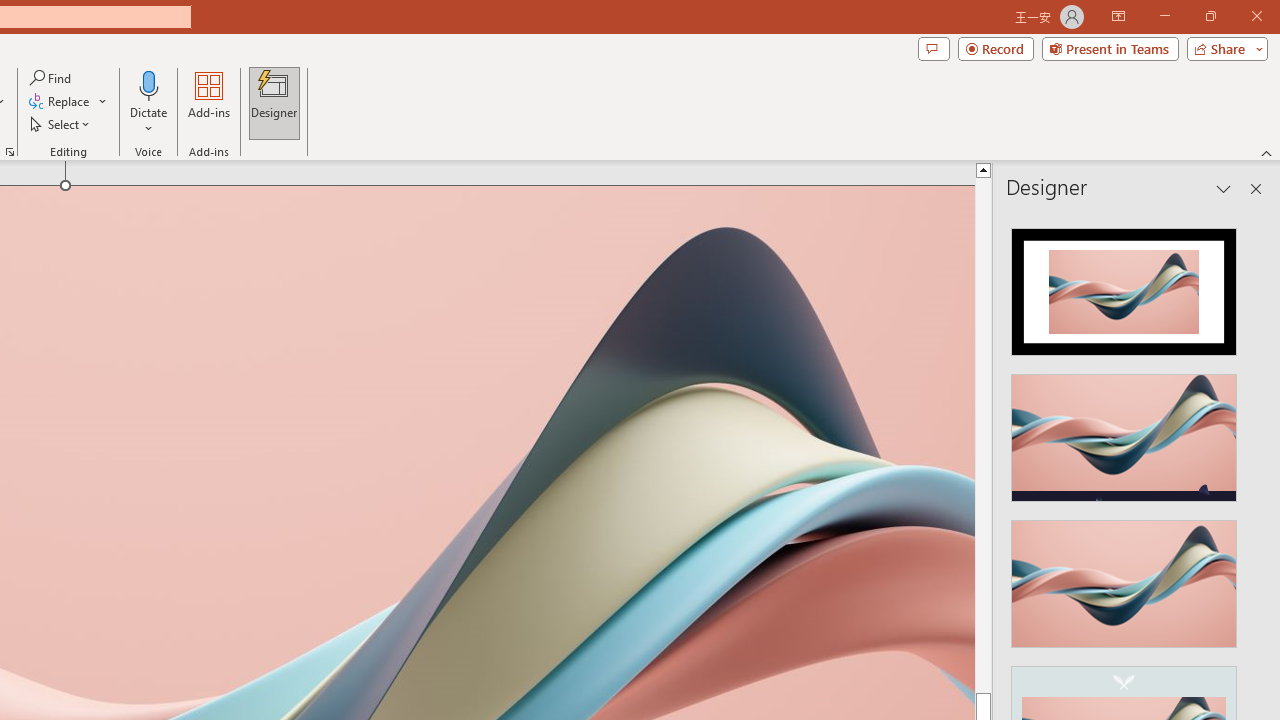 The width and height of the screenshot is (1280, 720). Describe the element at coordinates (1124, 577) in the screenshot. I see `'Design Idea'` at that location.